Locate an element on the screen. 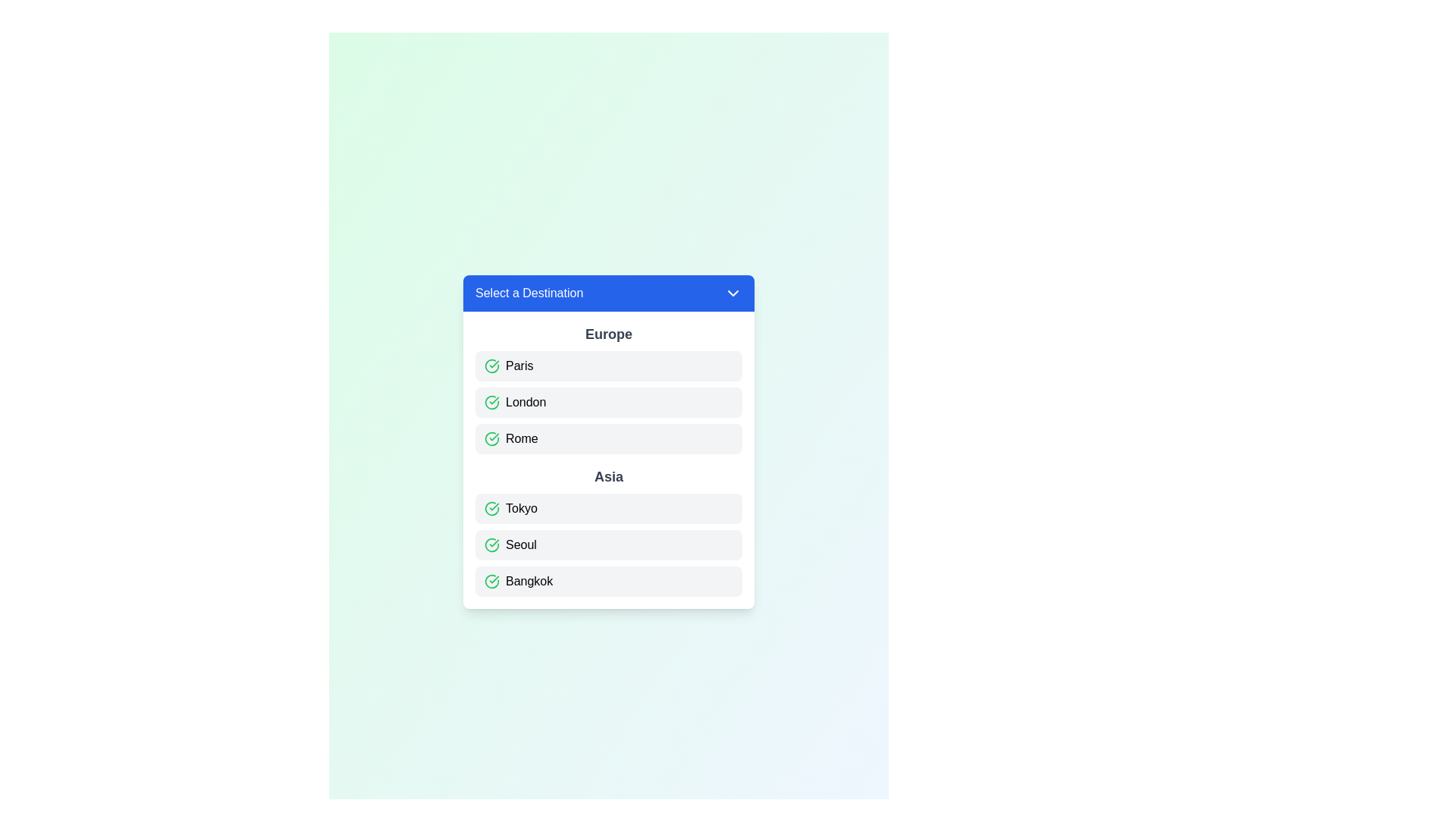 This screenshot has height=819, width=1456. the 'Tokyo' choice in the dropdown menu under the 'Asia' category is located at coordinates (608, 509).